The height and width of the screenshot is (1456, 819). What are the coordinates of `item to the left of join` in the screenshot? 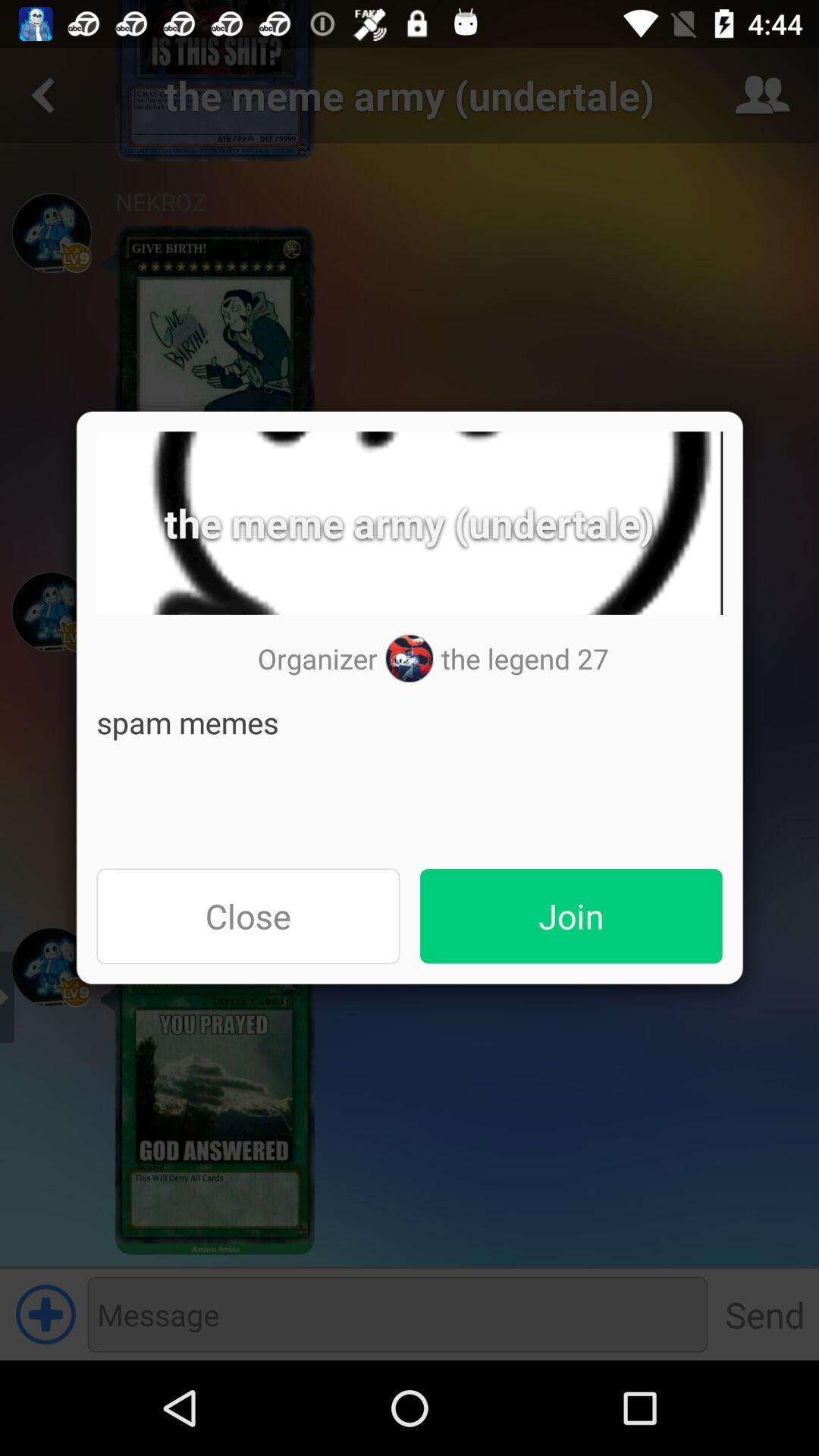 It's located at (247, 915).